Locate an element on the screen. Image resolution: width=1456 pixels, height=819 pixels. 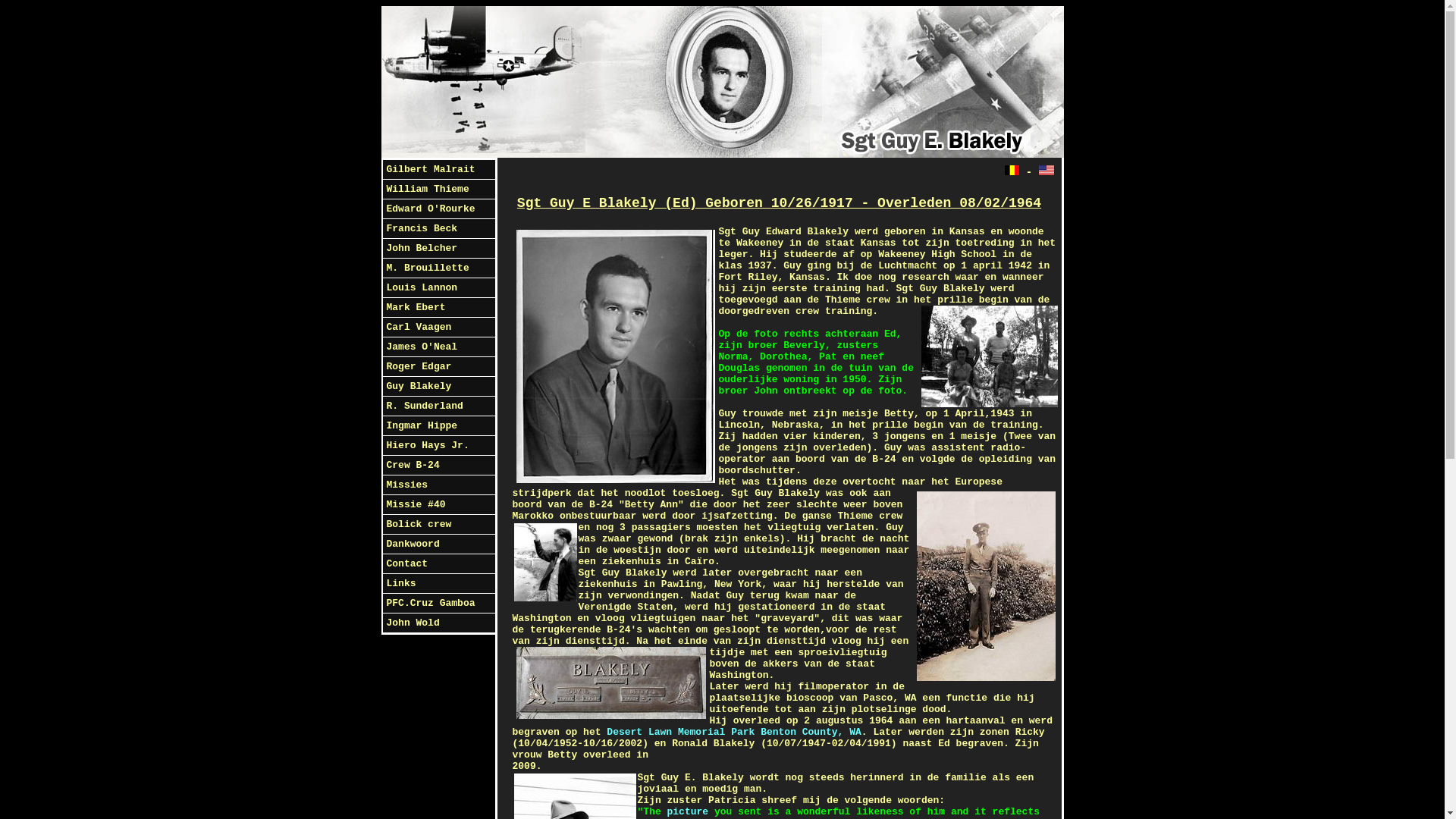
'Missies' is located at coordinates (437, 485).